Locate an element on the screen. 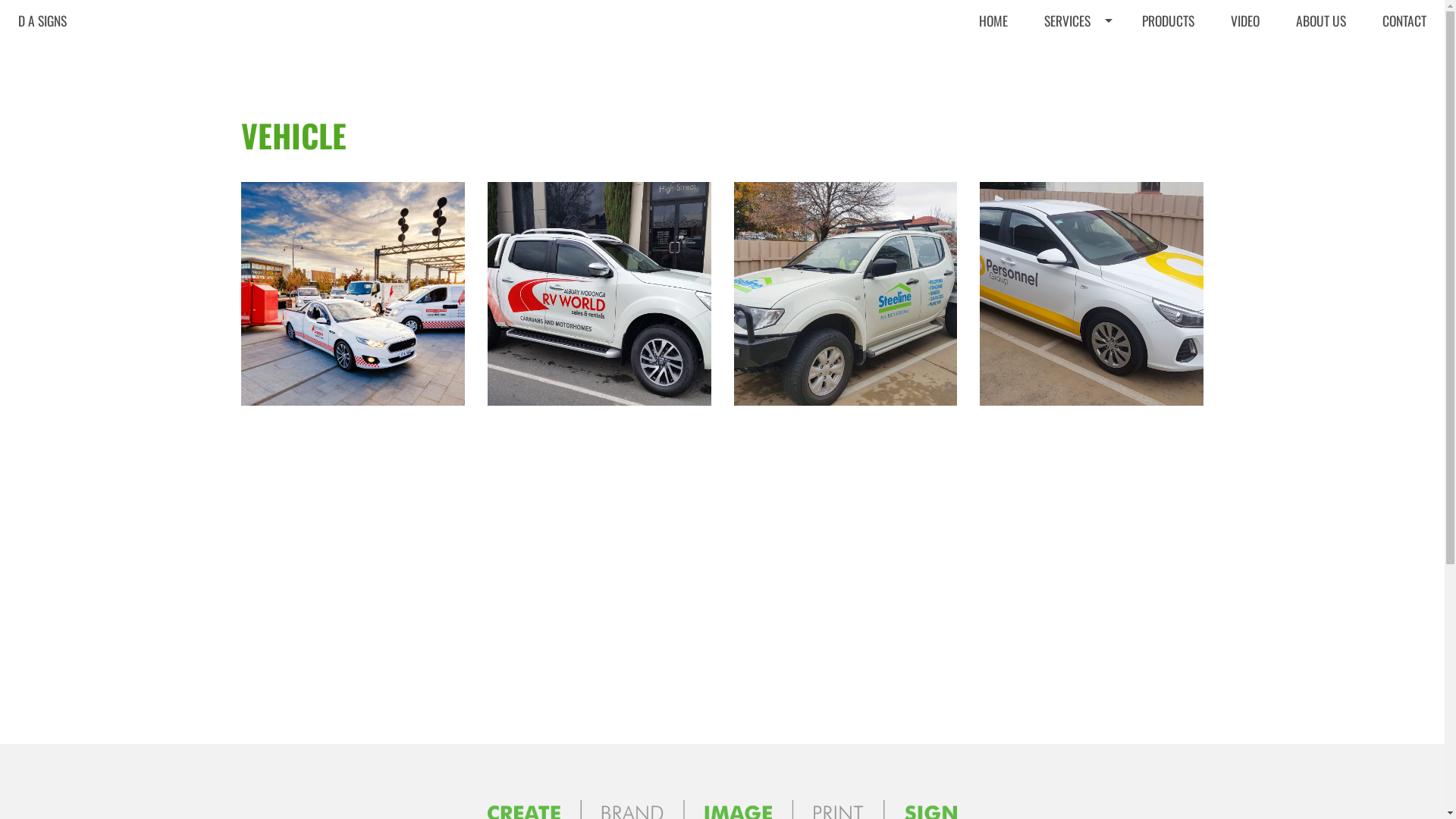  'SERVICES' is located at coordinates (1074, 20).